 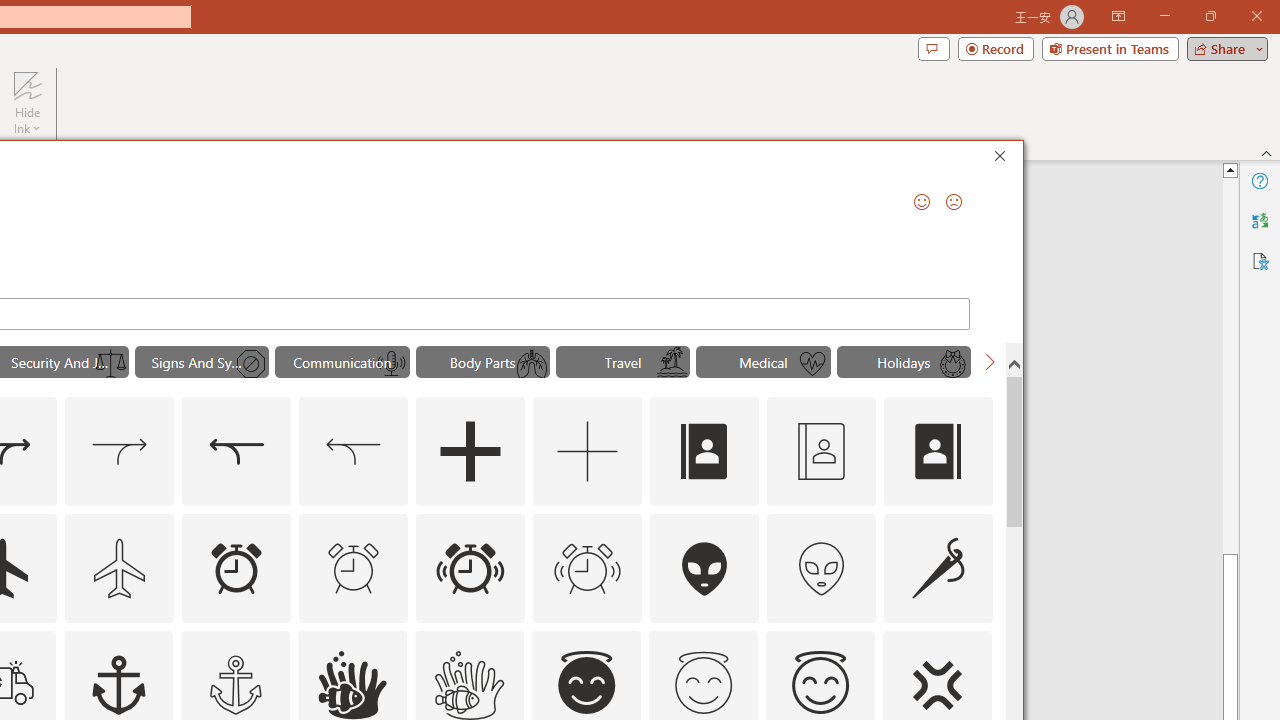 What do you see at coordinates (953, 201) in the screenshot?
I see `'Send a Frown'` at bounding box center [953, 201].